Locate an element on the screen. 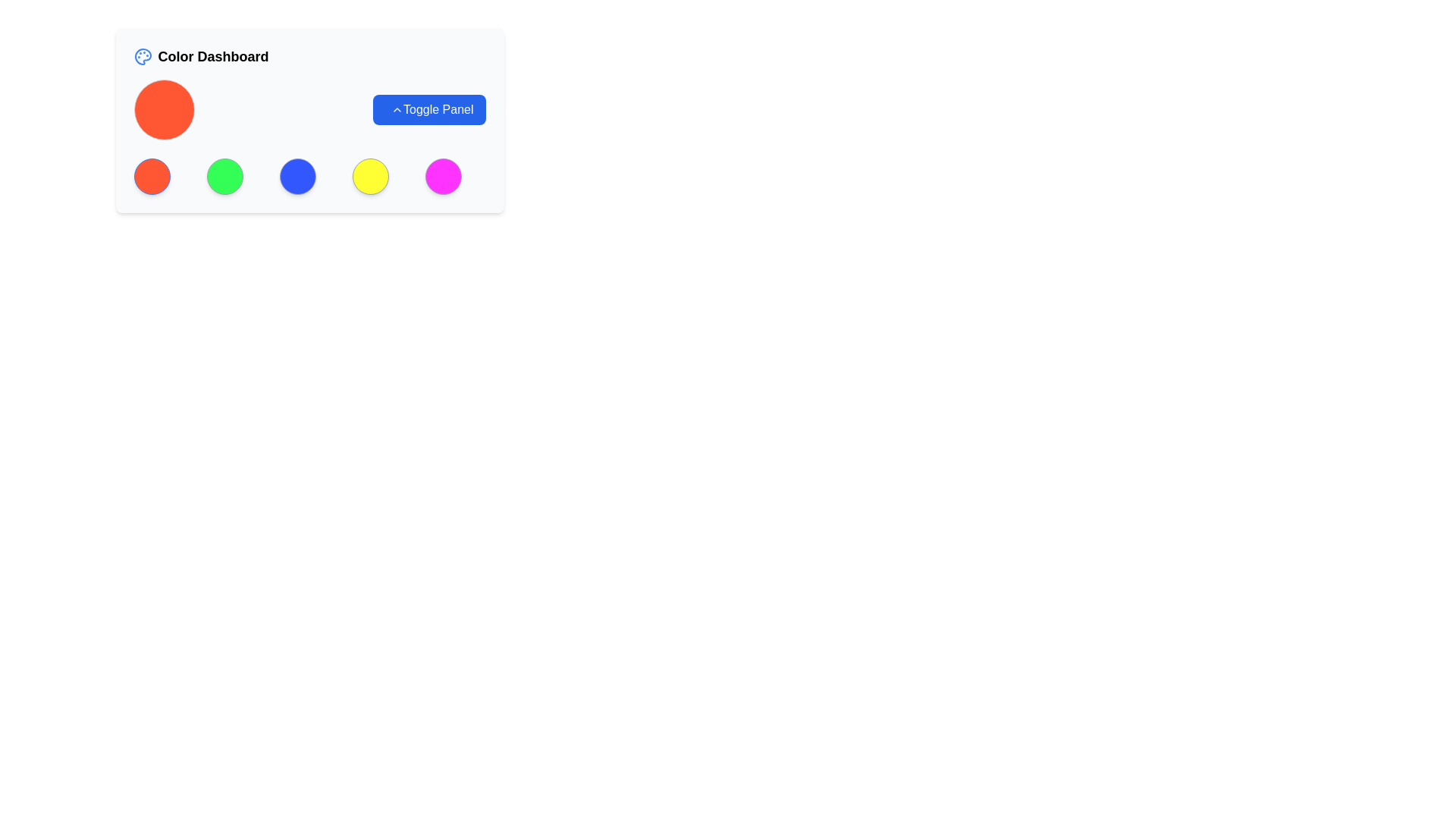 This screenshot has width=1456, height=819. the second circular button with a bright green background and gray border, located in the Color Dashboard section is located at coordinates (224, 175).